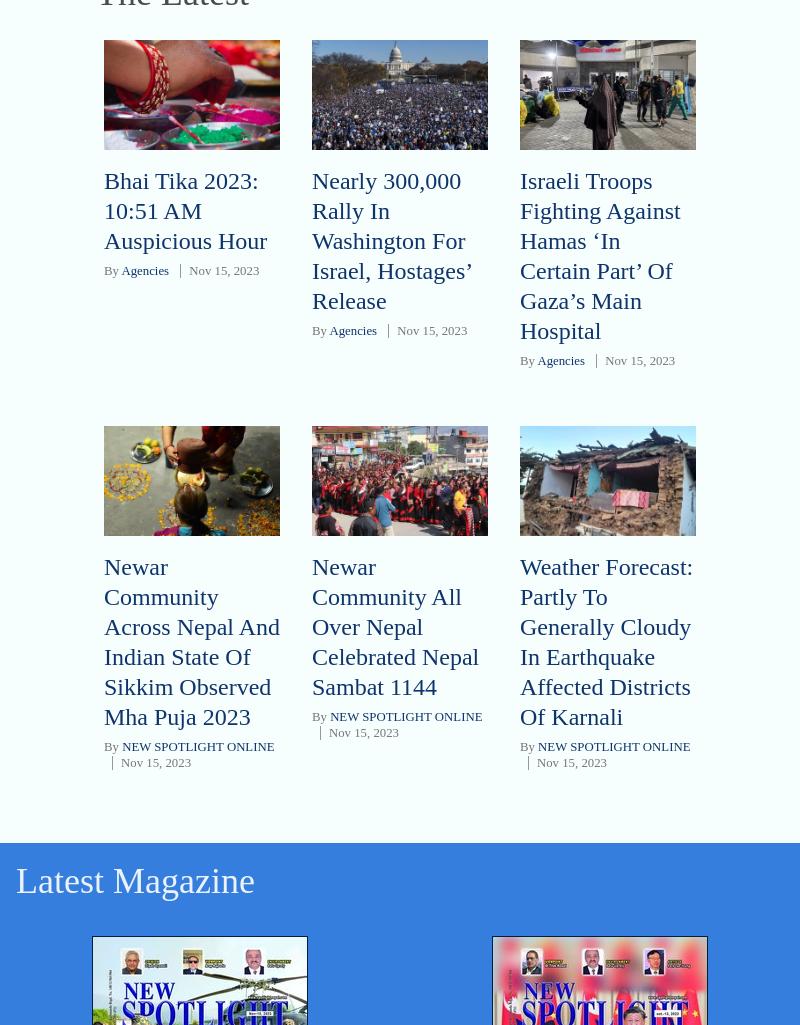 This screenshot has width=800, height=1025. I want to click on 'Weather Forecast: Partly To Generally Cloudy In Earthquake Affected Districts Of Karnali', so click(518, 640).